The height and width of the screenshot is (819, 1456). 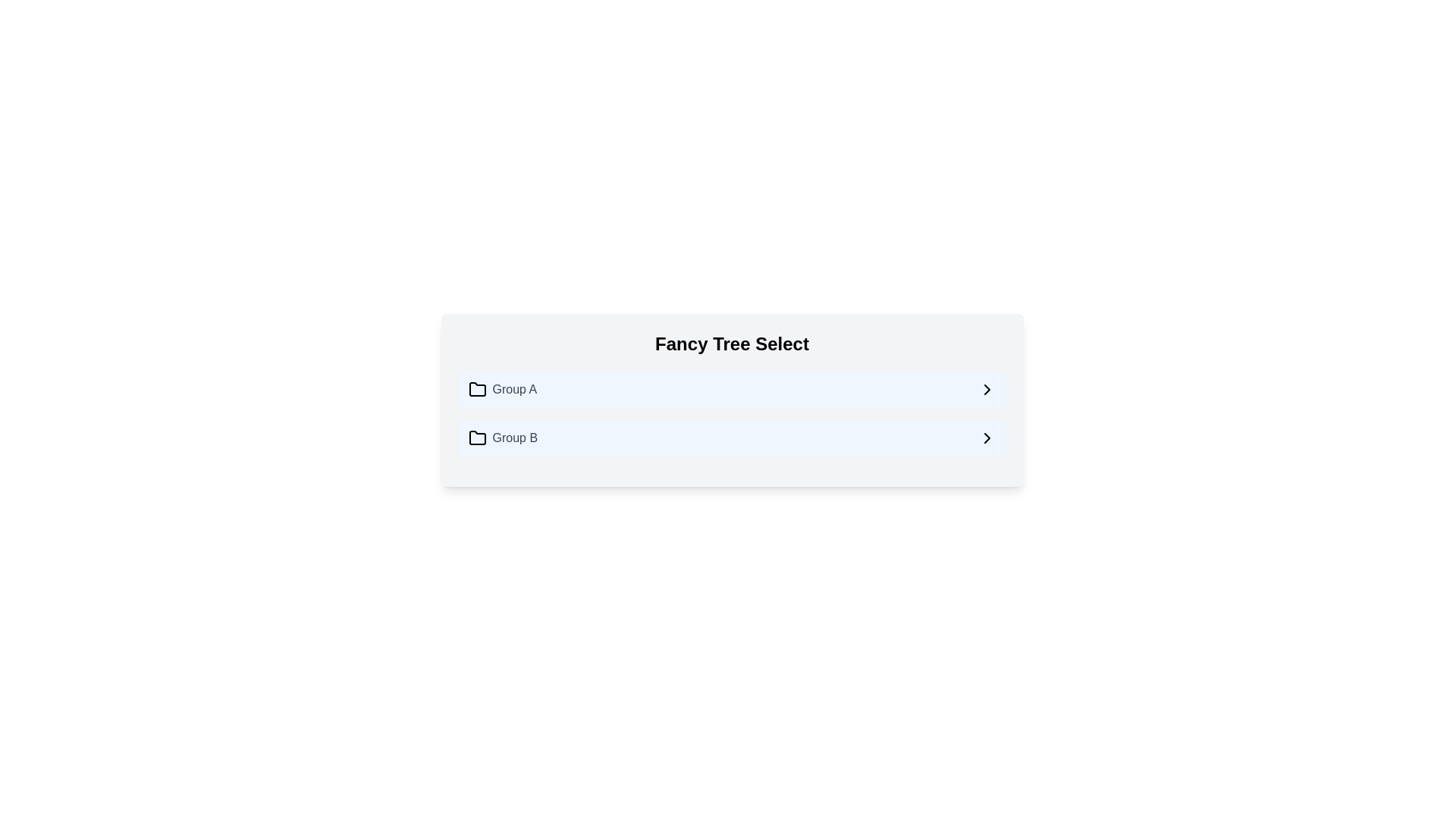 I want to click on the folder icon in the second list item labeled 'Group B', which is positioned to the left of the text 'Group B', so click(x=476, y=438).